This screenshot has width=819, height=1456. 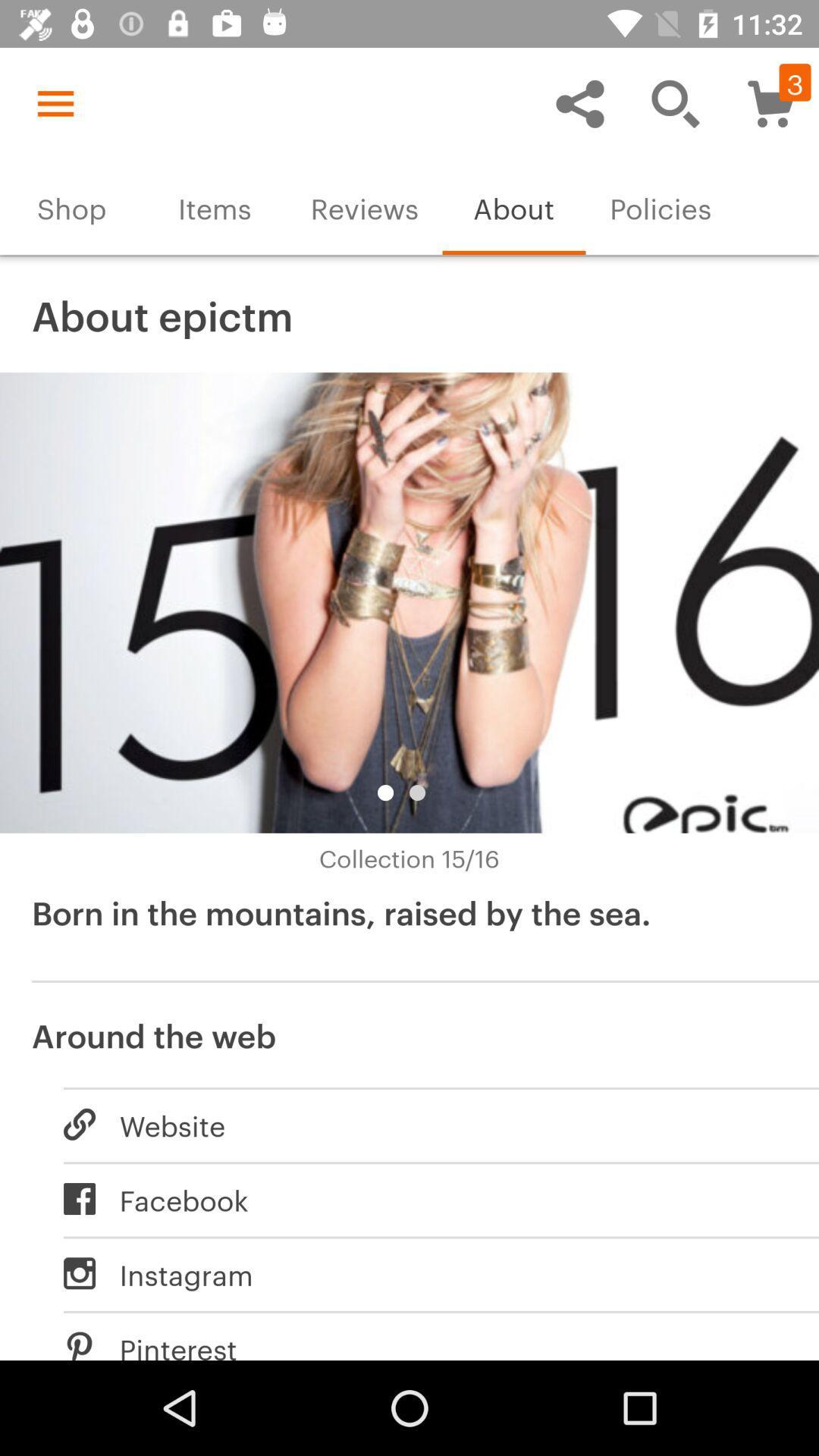 What do you see at coordinates (55, 102) in the screenshot?
I see `the icon above the shop item` at bounding box center [55, 102].